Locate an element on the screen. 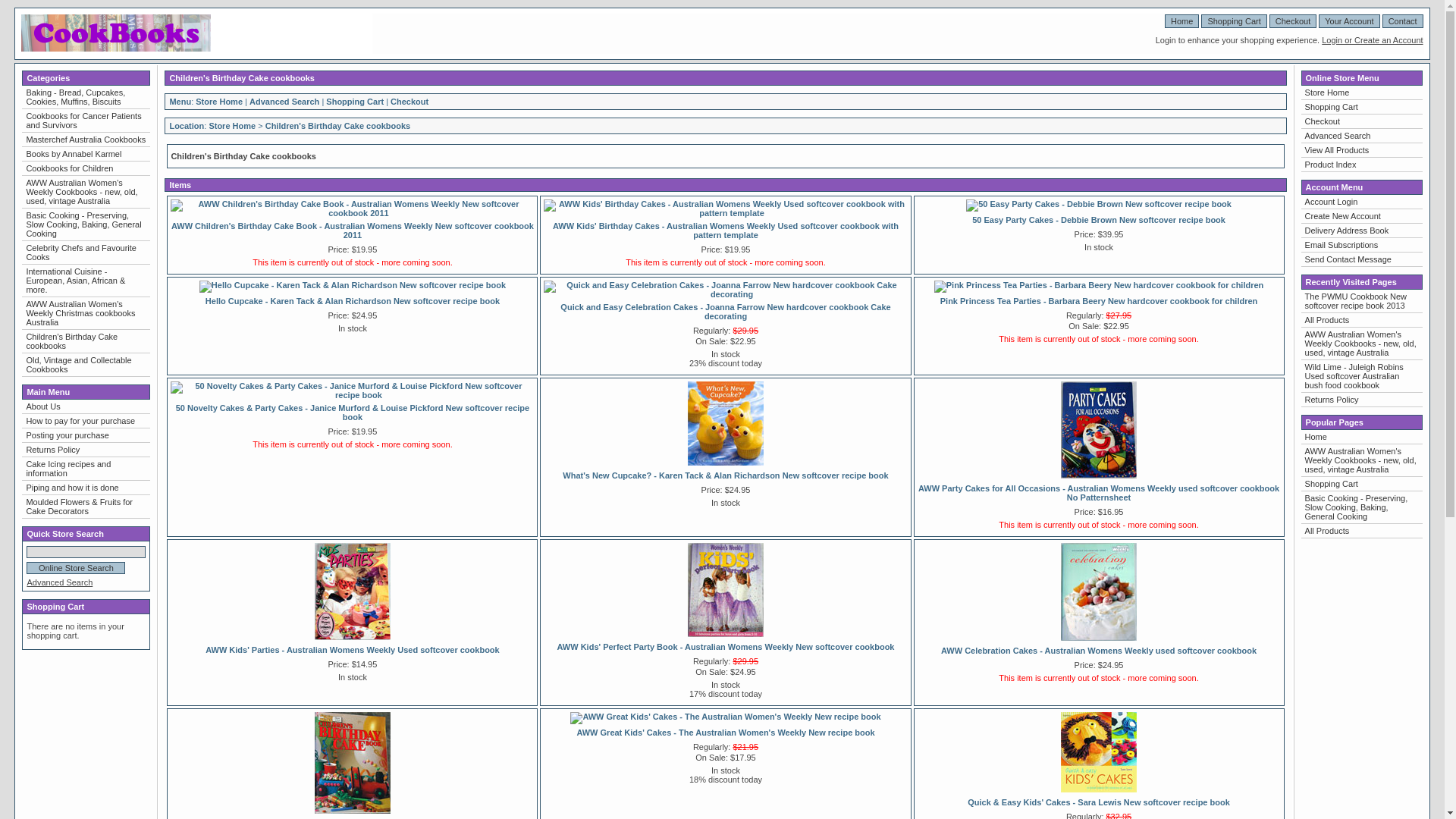 The height and width of the screenshot is (819, 1456). 'Send Contact Message' is located at coordinates (1361, 259).